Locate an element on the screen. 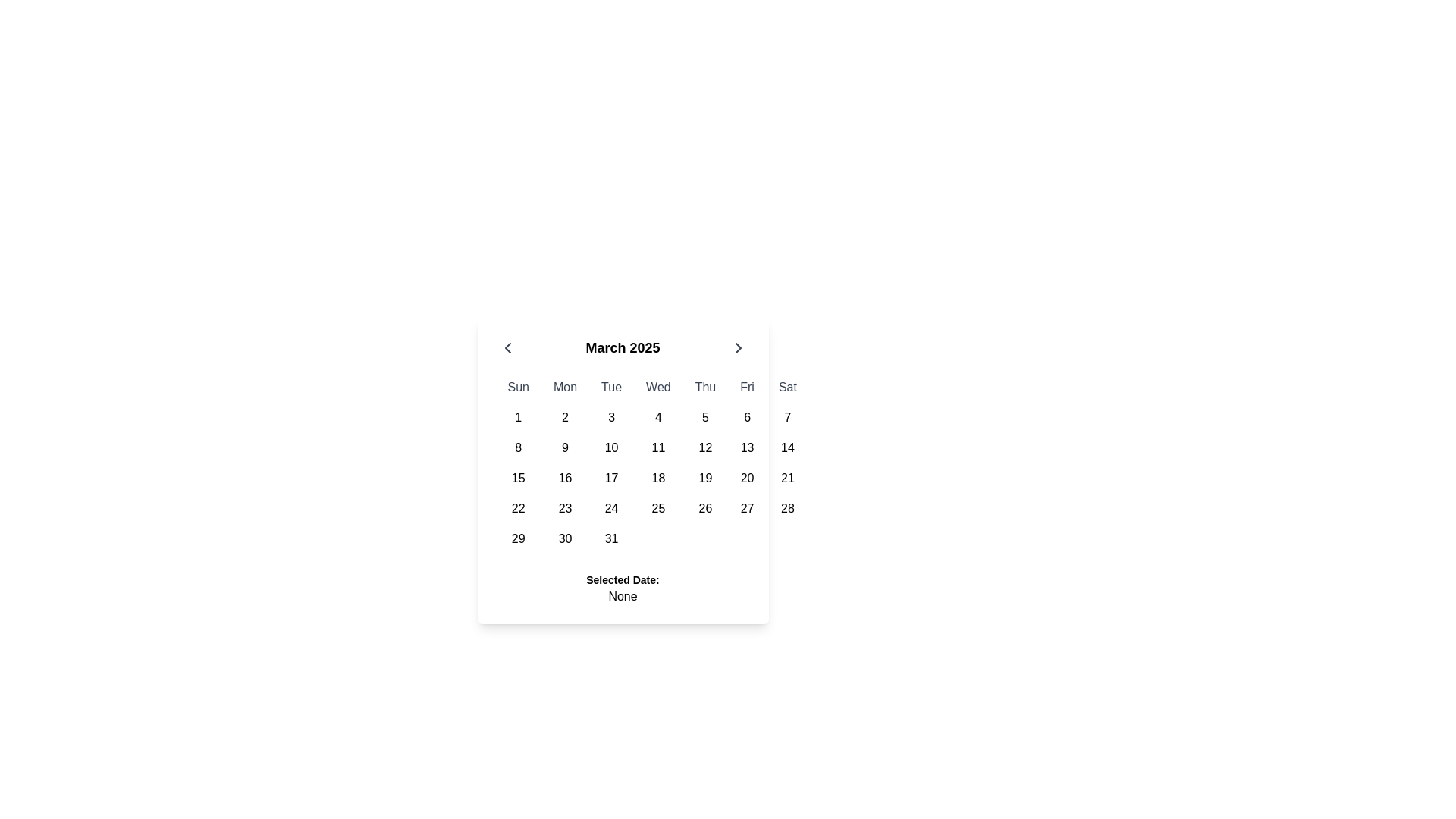 The height and width of the screenshot is (819, 1456). the text label displaying 'Selected Date:', which is styled in bold black font and located above the 'None' text element is located at coordinates (623, 579).